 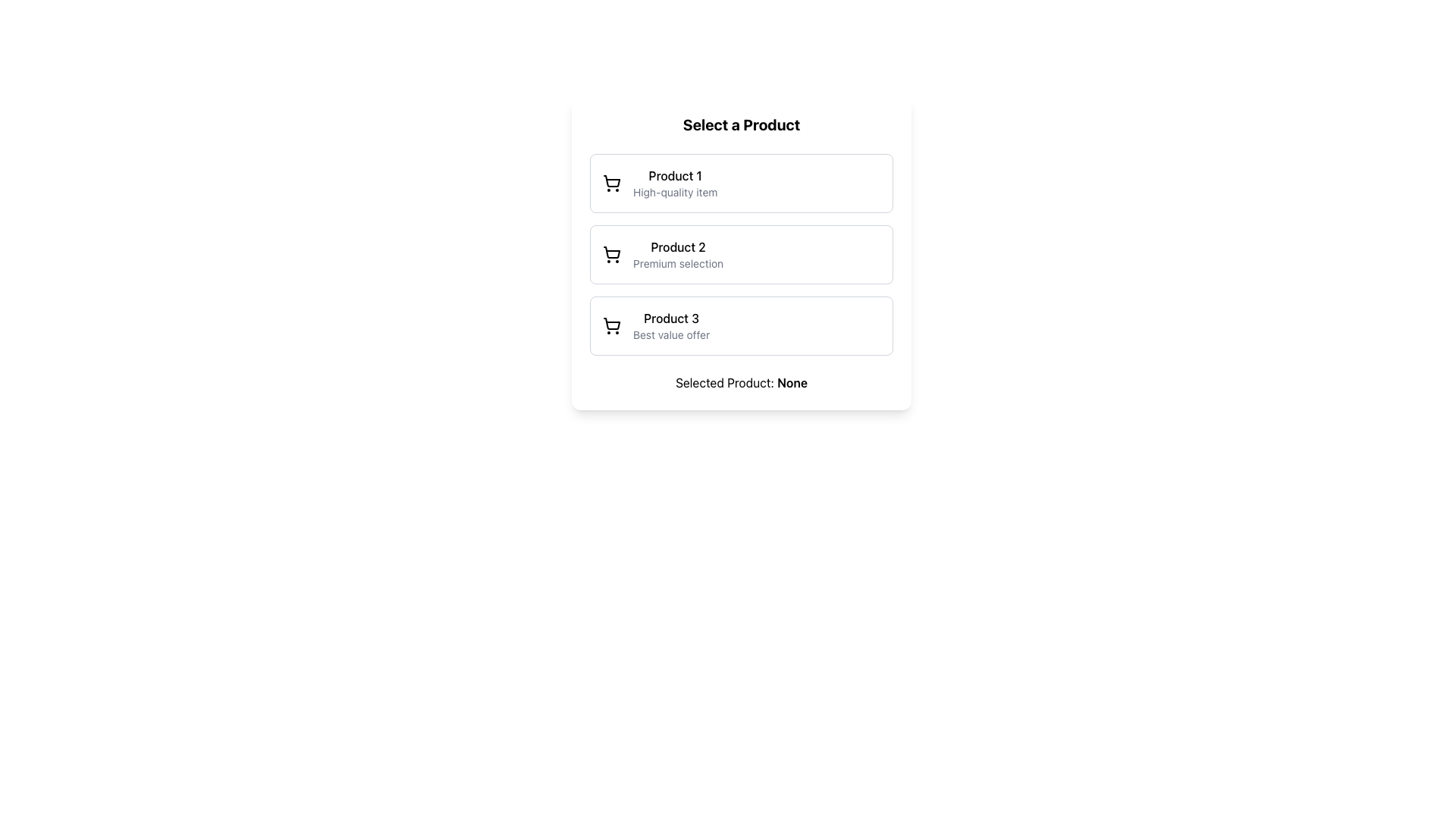 What do you see at coordinates (611, 325) in the screenshot?
I see `the shopping cart icon located in the third option of the product selection list, which is positioned to the left of the text 'Product 3' and 'Best value offer'` at bounding box center [611, 325].